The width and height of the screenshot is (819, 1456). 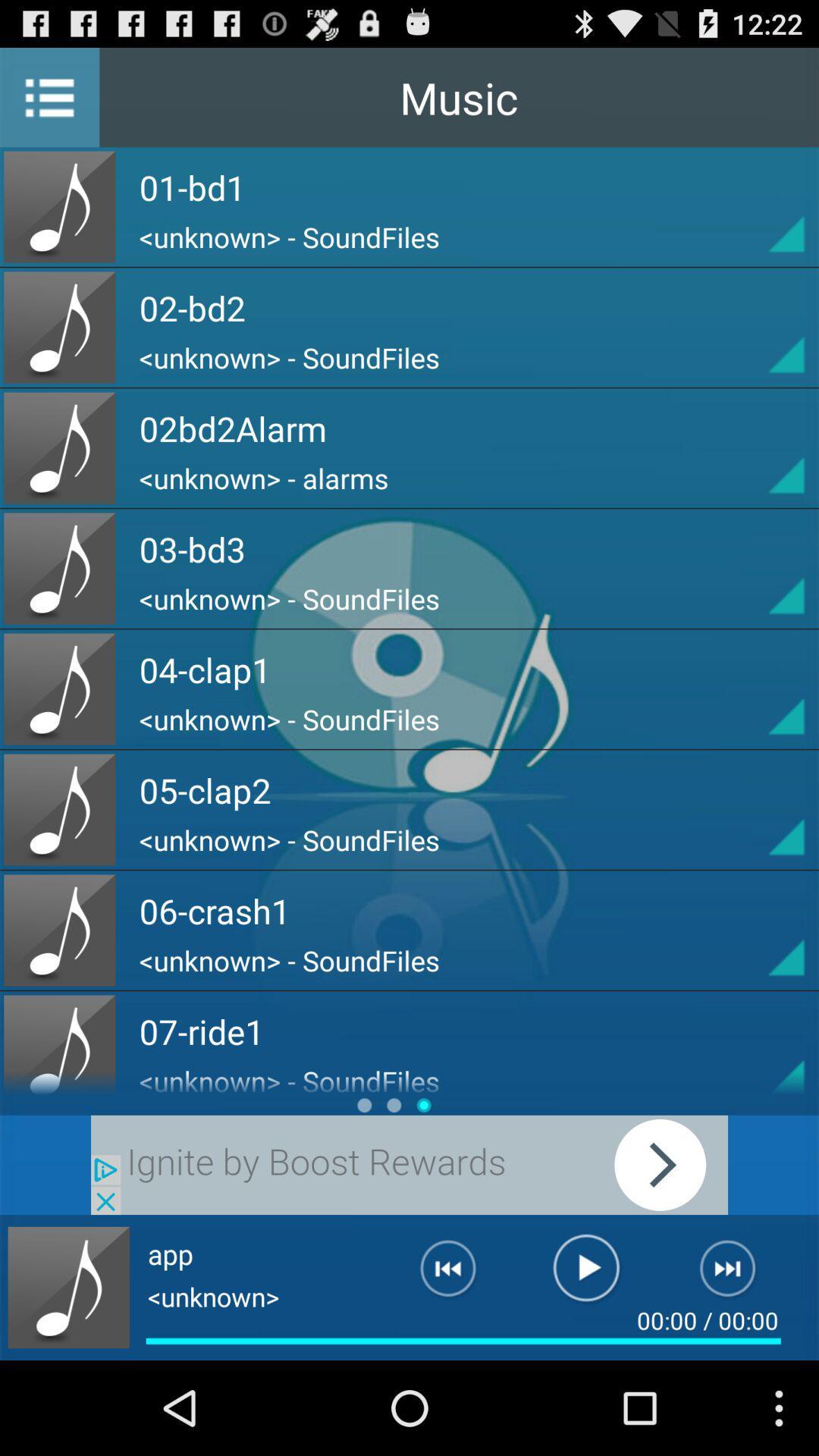 I want to click on it is next page element, so click(x=736, y=1274).